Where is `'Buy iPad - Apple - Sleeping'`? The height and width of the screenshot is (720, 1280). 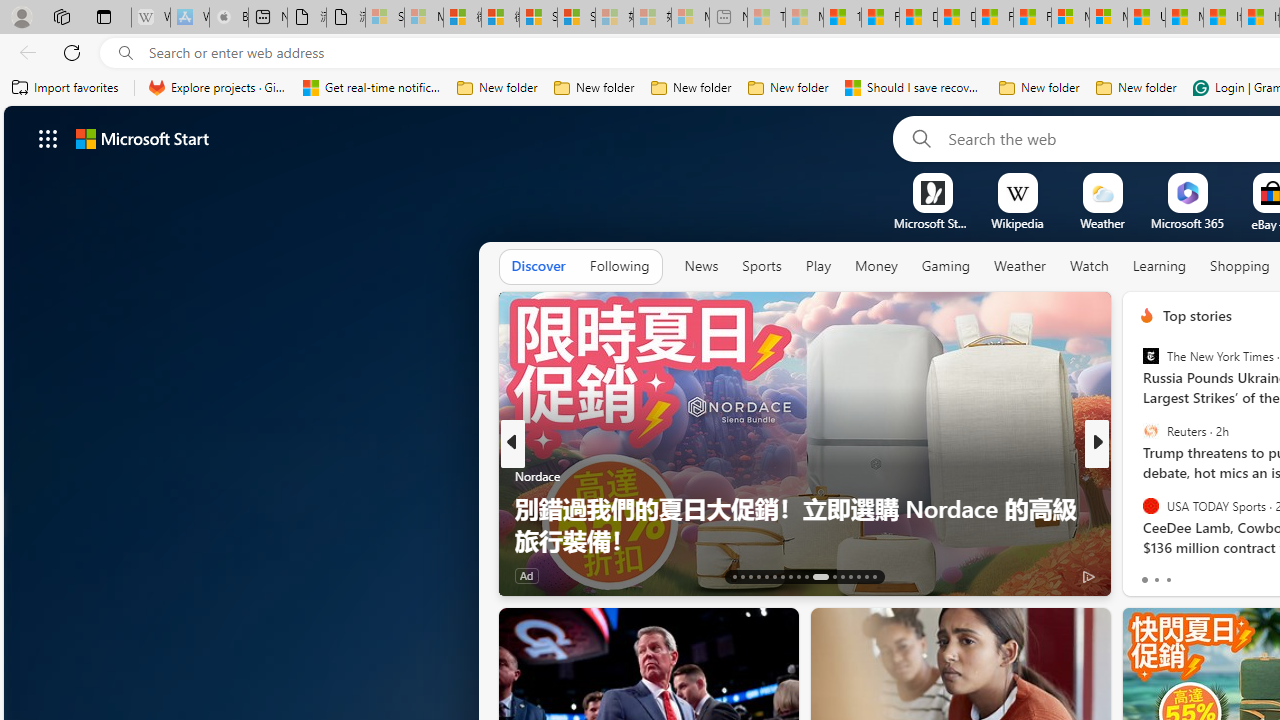
'Buy iPad - Apple - Sleeping' is located at coordinates (229, 17).